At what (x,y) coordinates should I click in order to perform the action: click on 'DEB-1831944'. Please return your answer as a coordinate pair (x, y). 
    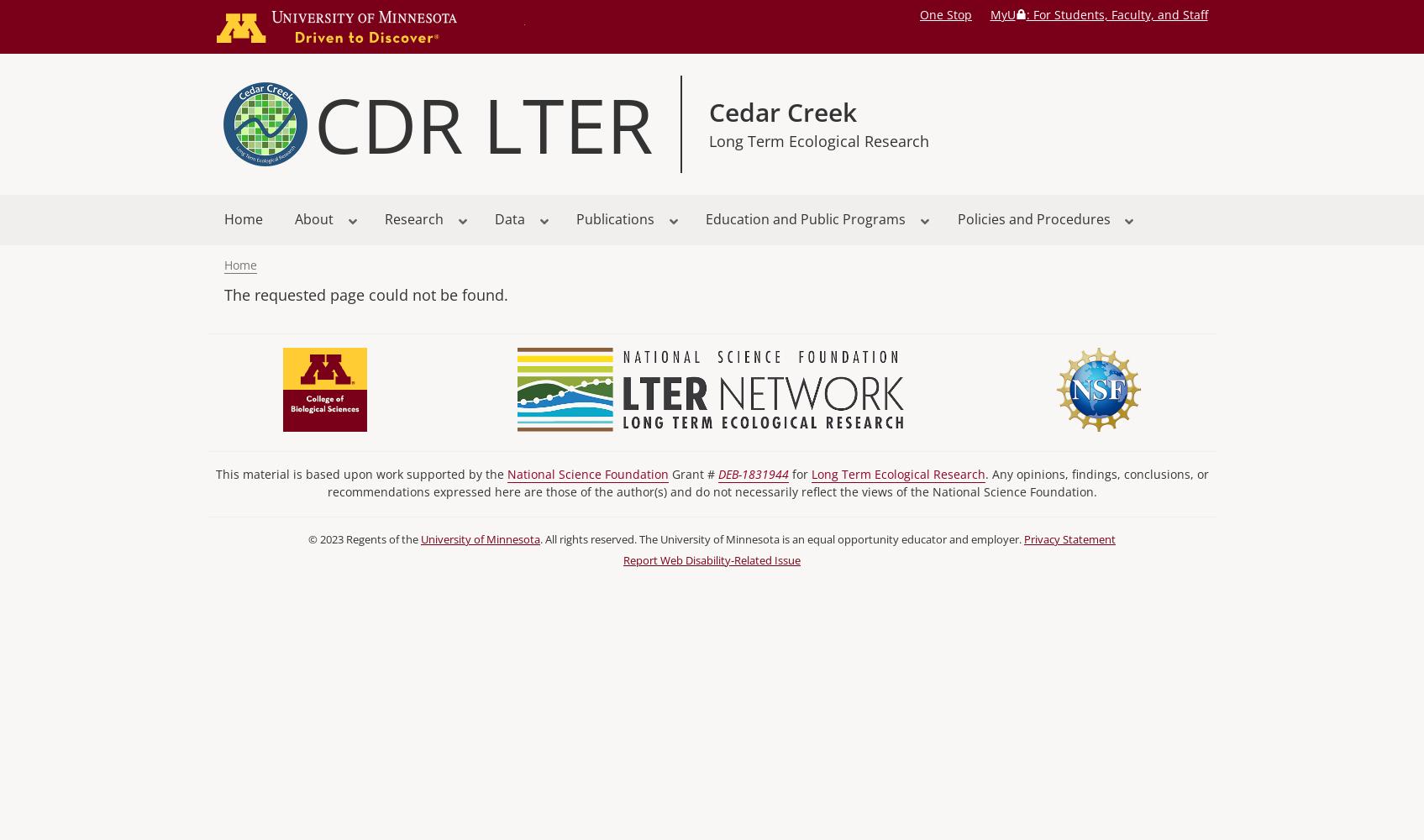
    Looking at the image, I should click on (751, 473).